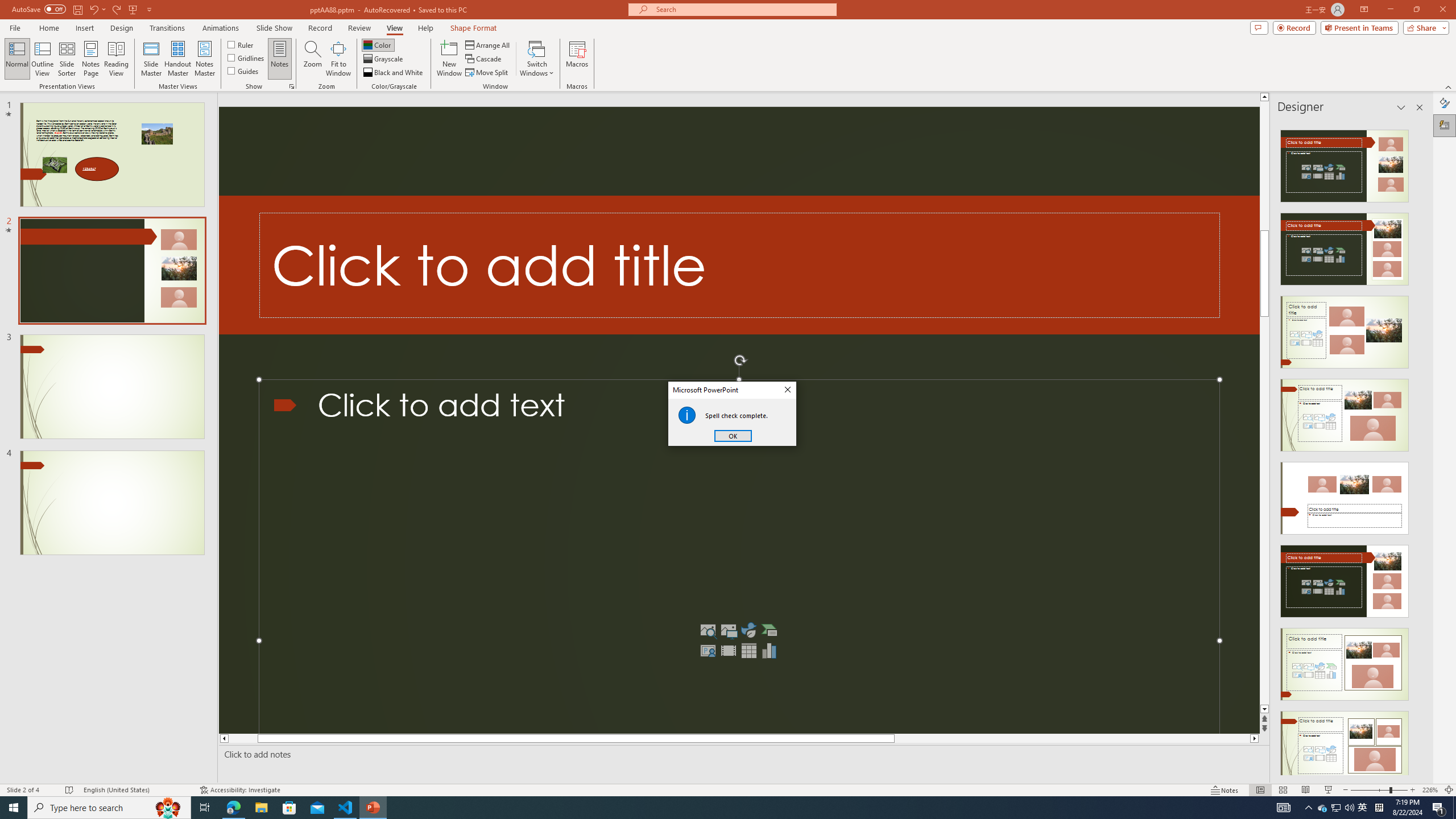 The height and width of the screenshot is (819, 1456). What do you see at coordinates (378, 44) in the screenshot?
I see `'Color'` at bounding box center [378, 44].